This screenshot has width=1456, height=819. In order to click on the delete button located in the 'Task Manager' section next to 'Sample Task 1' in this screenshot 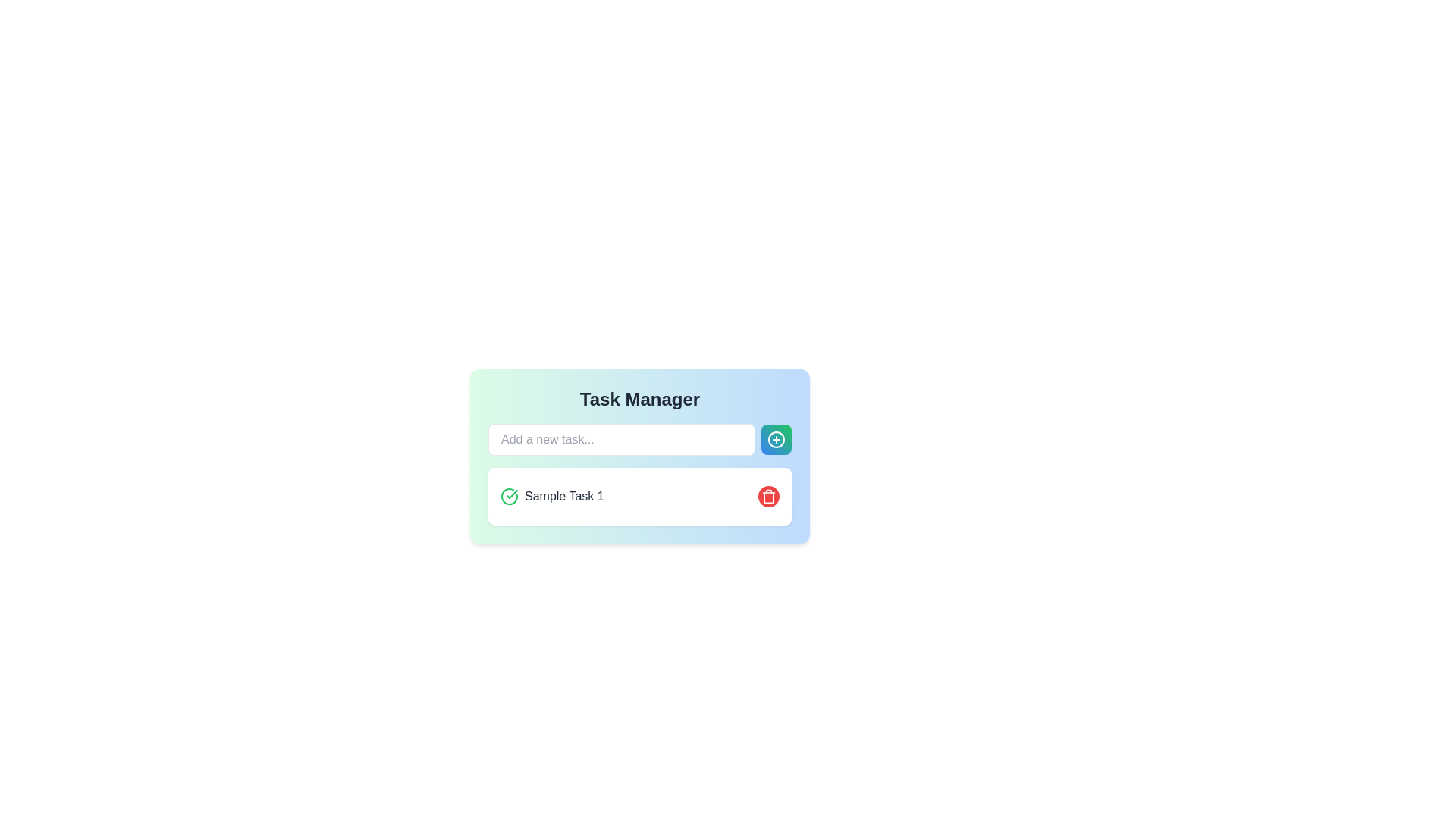, I will do `click(768, 497)`.